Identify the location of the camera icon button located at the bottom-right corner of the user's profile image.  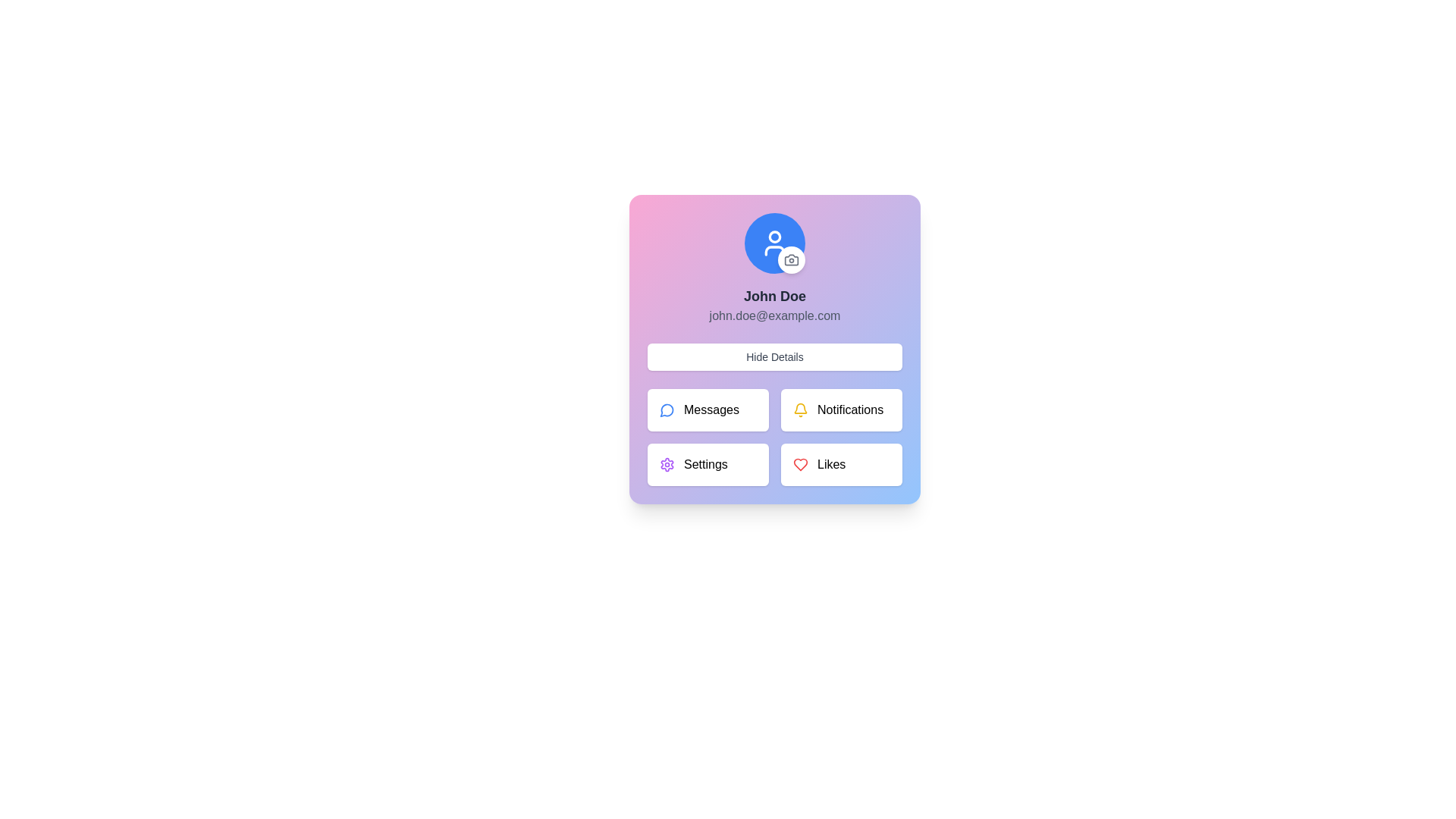
(790, 259).